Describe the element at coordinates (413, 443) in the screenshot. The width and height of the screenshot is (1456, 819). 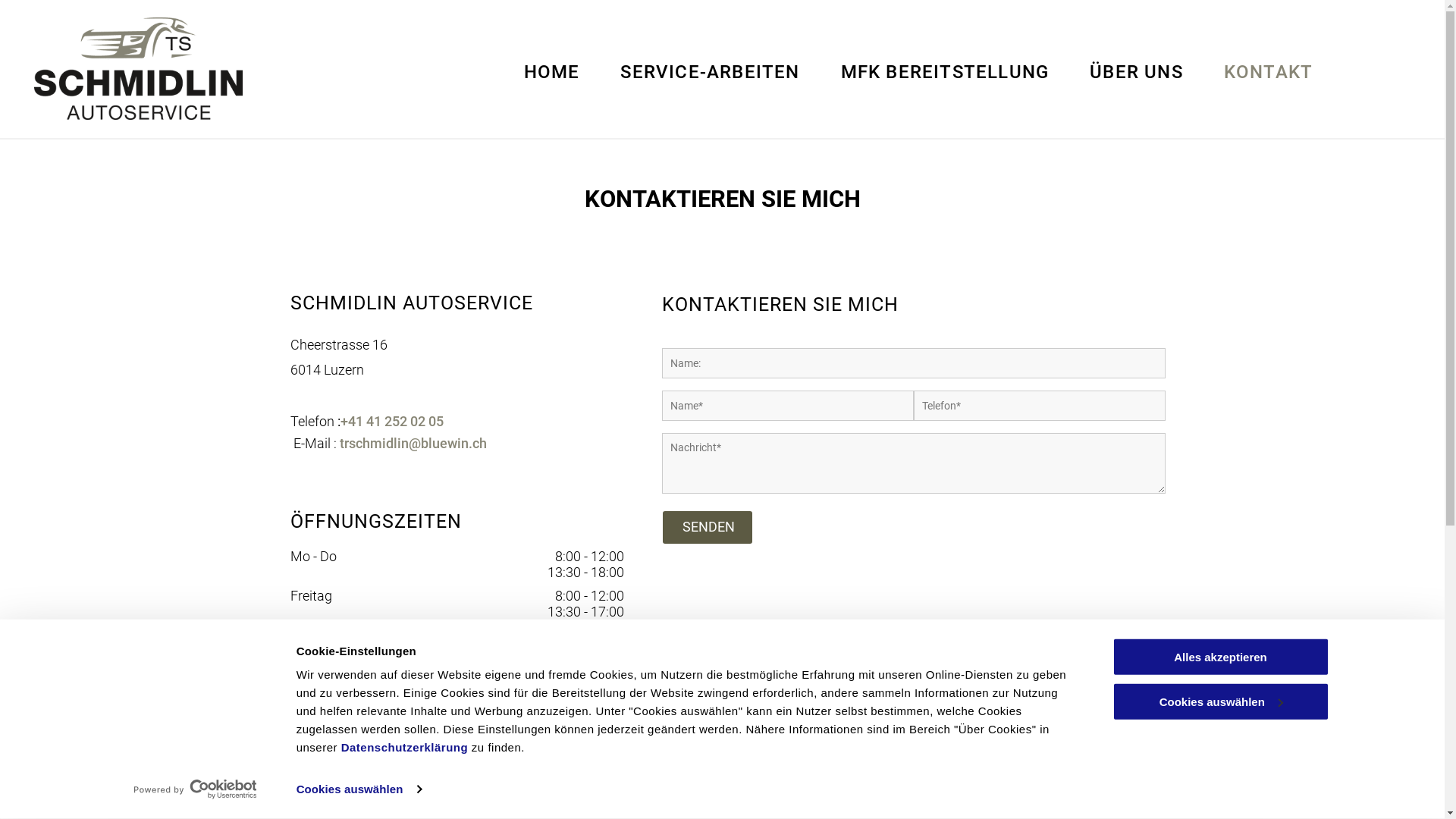
I see `'trschmidlin@bluewin.ch'` at that location.